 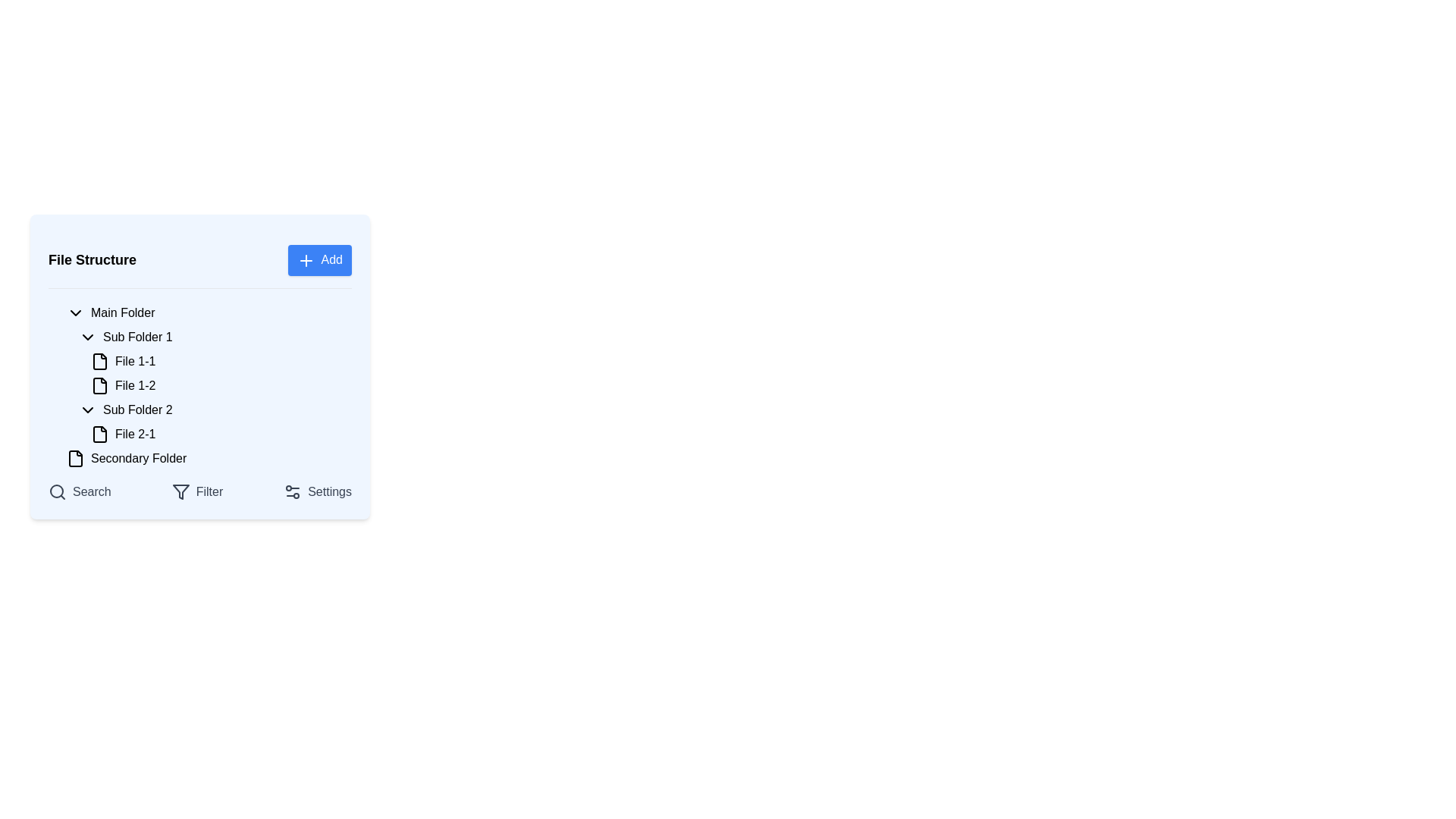 I want to click on the 'Filter' button with a funnel icon, so click(x=196, y=491).